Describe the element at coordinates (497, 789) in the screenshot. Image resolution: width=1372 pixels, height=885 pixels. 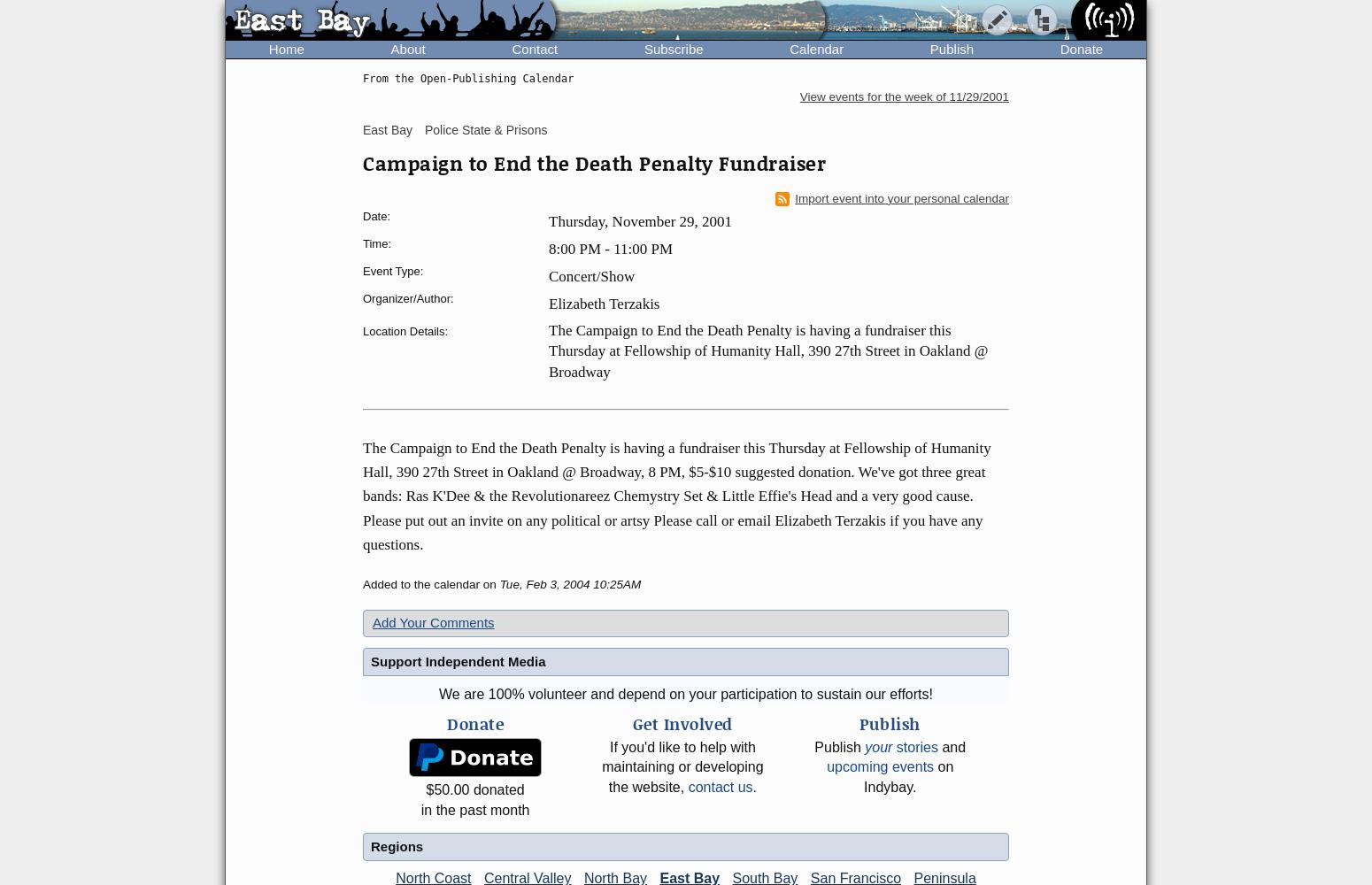
I see `'donated'` at that location.